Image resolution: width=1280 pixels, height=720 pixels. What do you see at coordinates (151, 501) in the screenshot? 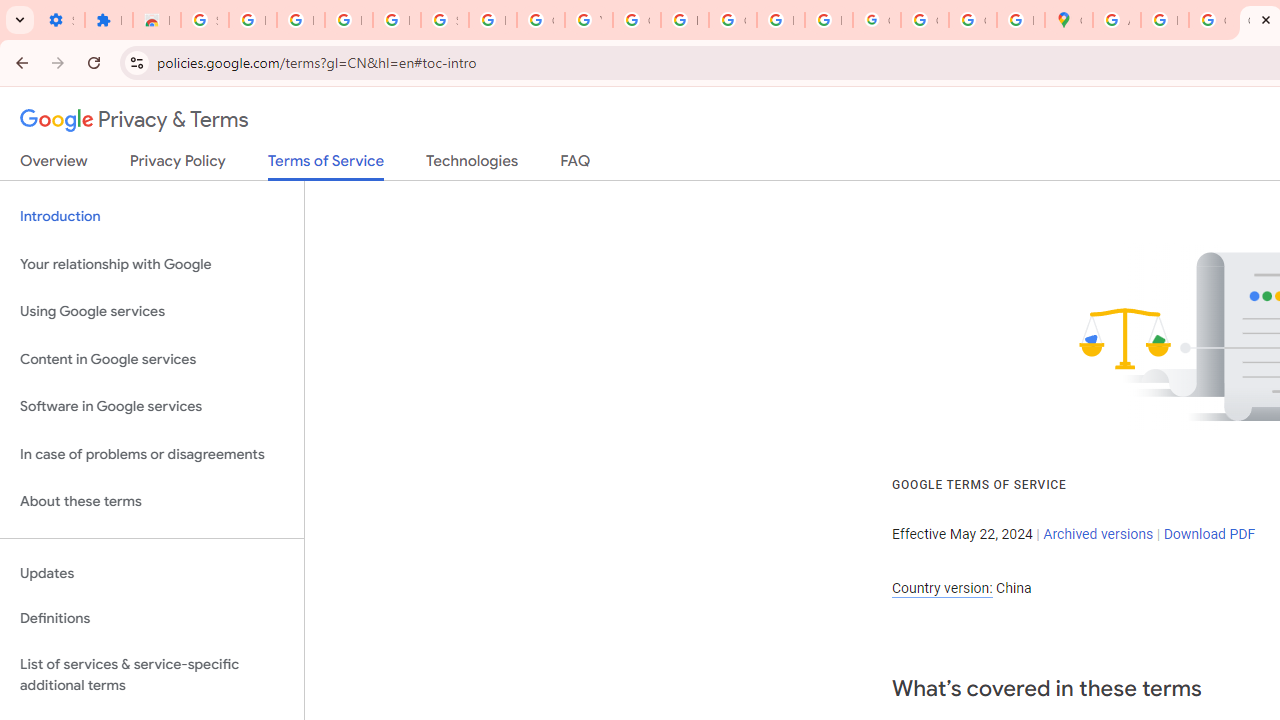
I see `'About these terms'` at bounding box center [151, 501].